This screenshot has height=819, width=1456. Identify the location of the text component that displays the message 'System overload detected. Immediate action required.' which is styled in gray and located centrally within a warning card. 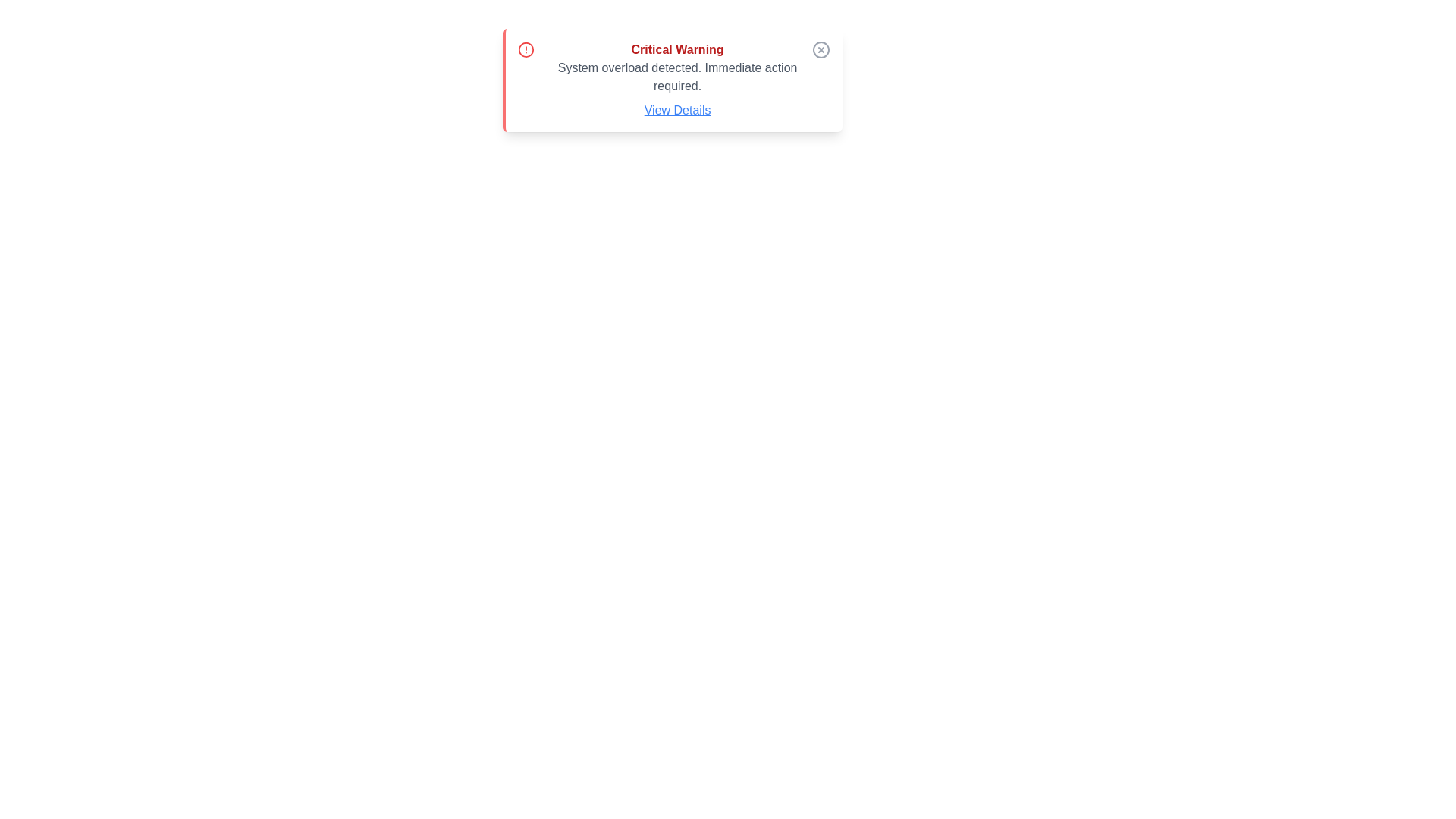
(676, 77).